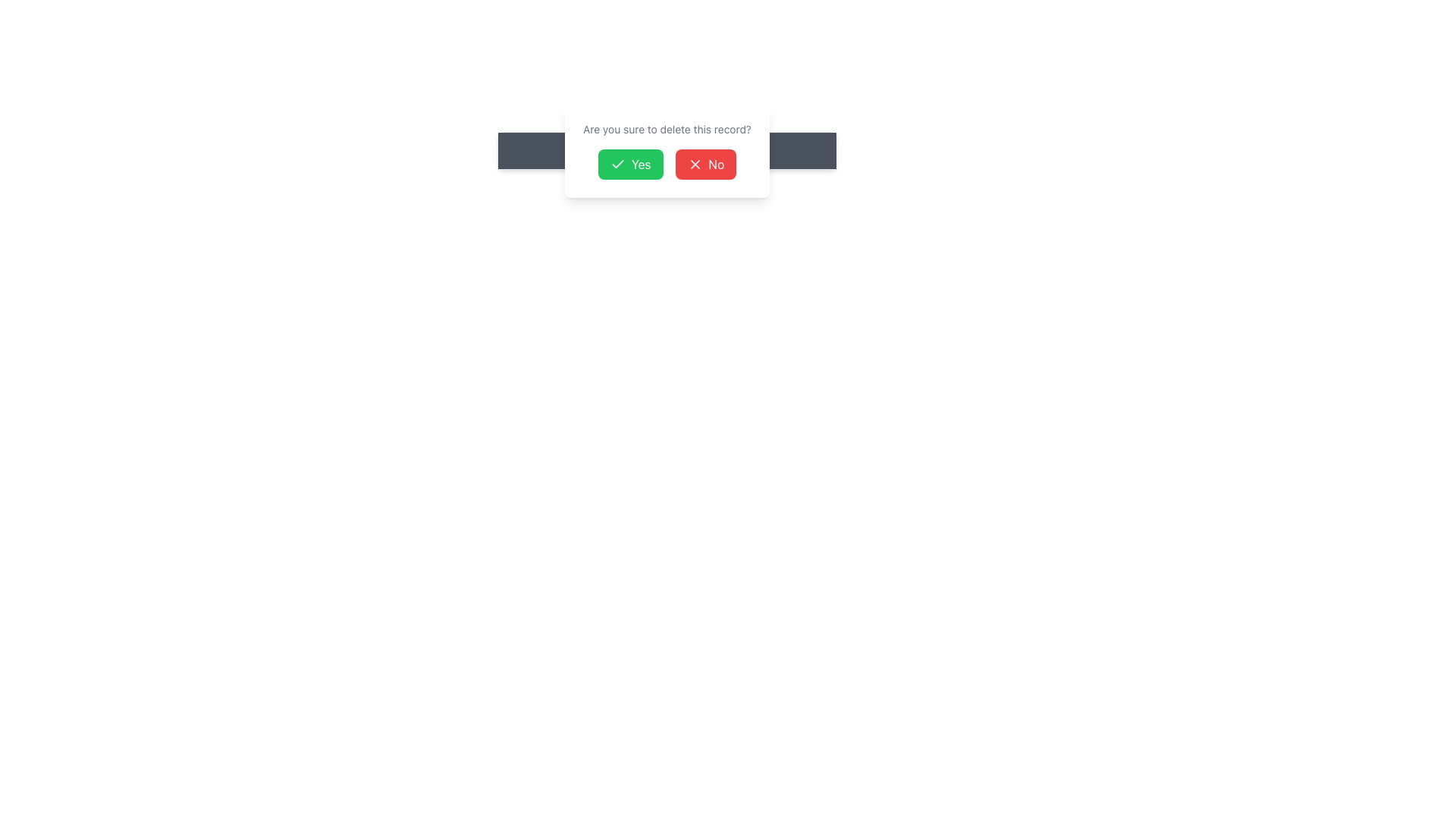 The width and height of the screenshot is (1456, 819). I want to click on the confirmation button in the modal dialog, so click(630, 164).